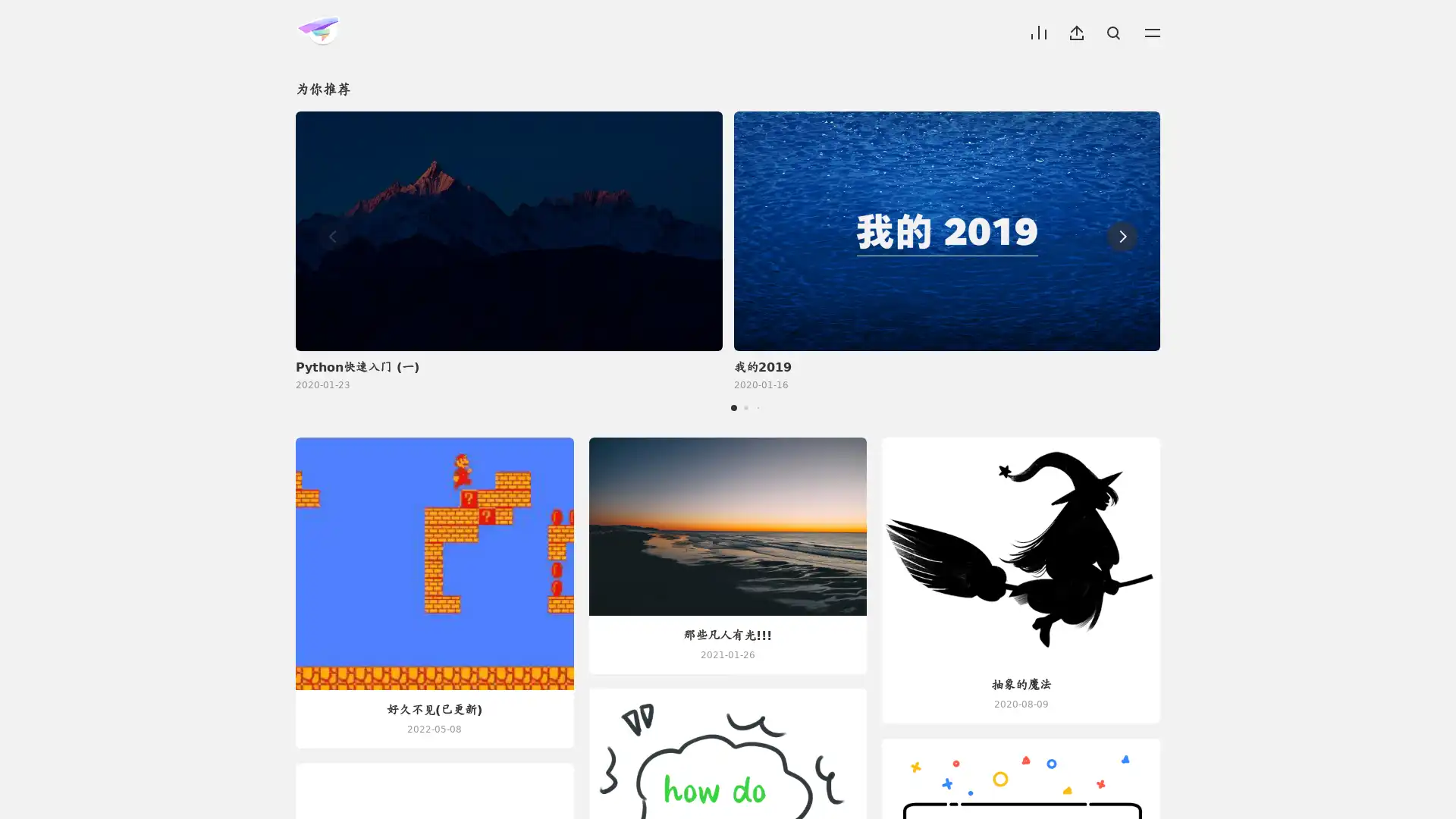 This screenshot has width=1456, height=819. What do you see at coordinates (333, 237) in the screenshot?
I see `Previous slide` at bounding box center [333, 237].